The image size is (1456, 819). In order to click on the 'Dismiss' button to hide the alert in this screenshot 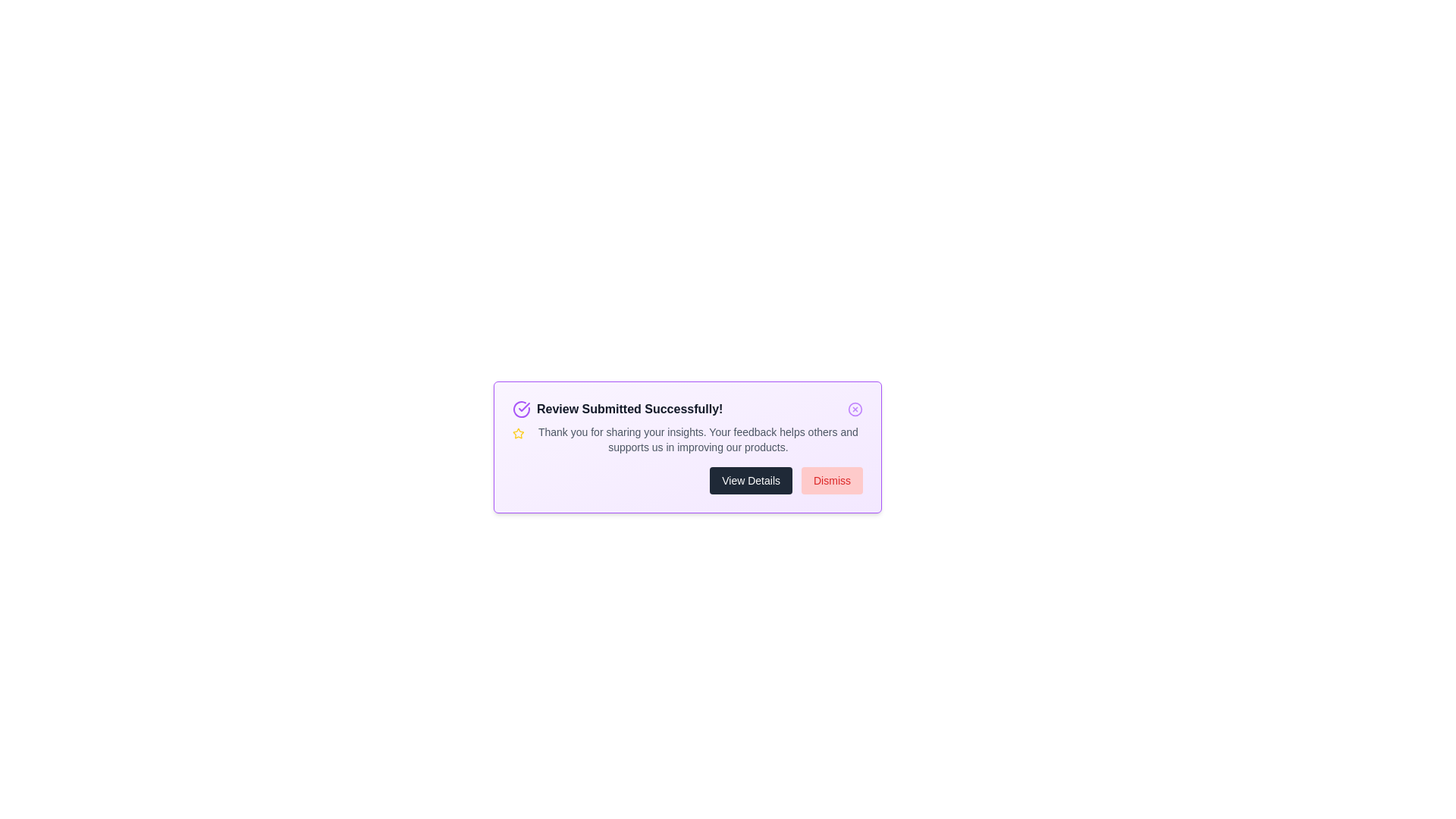, I will do `click(831, 480)`.